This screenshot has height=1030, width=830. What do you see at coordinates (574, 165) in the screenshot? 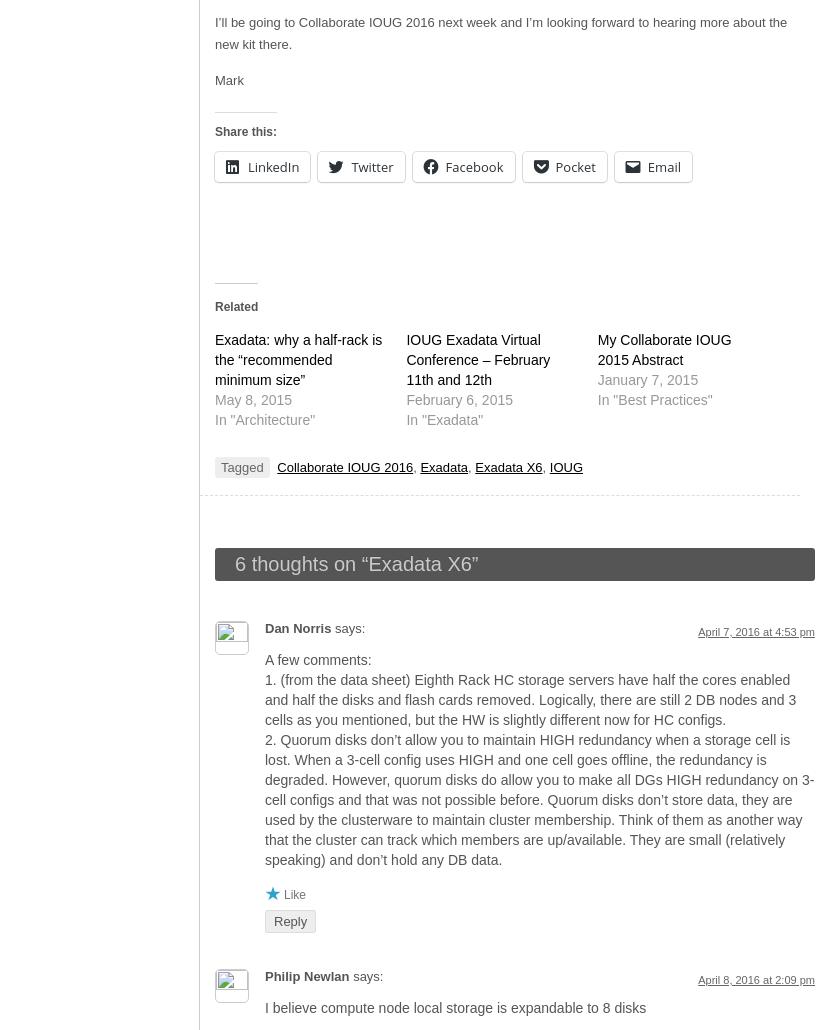
I see `'Pocket'` at bounding box center [574, 165].